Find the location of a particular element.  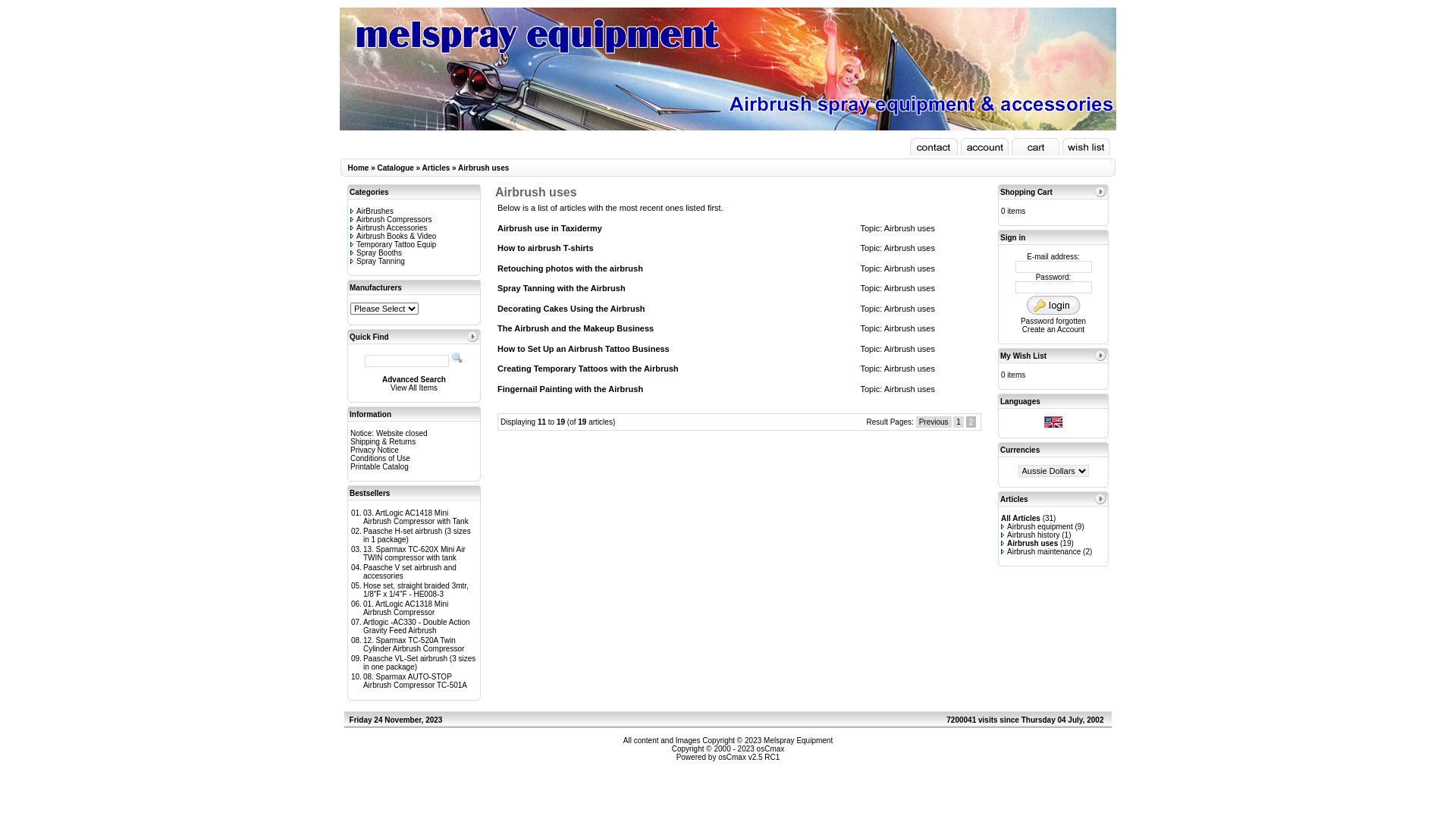

'01. ArtLogic AC1318 Mini Airbrush Compressor' is located at coordinates (405, 607).